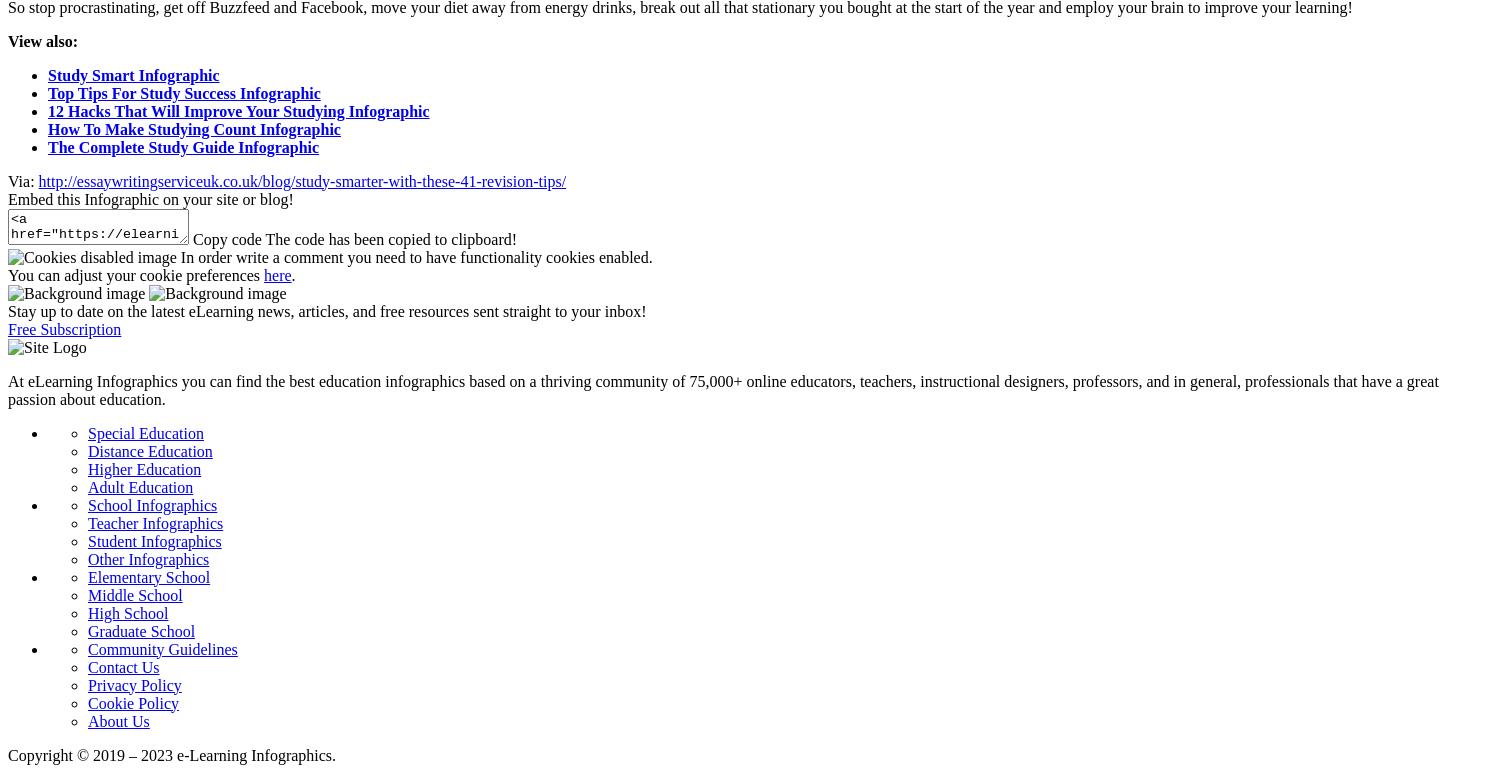  I want to click on 'View also:', so click(44, 39).